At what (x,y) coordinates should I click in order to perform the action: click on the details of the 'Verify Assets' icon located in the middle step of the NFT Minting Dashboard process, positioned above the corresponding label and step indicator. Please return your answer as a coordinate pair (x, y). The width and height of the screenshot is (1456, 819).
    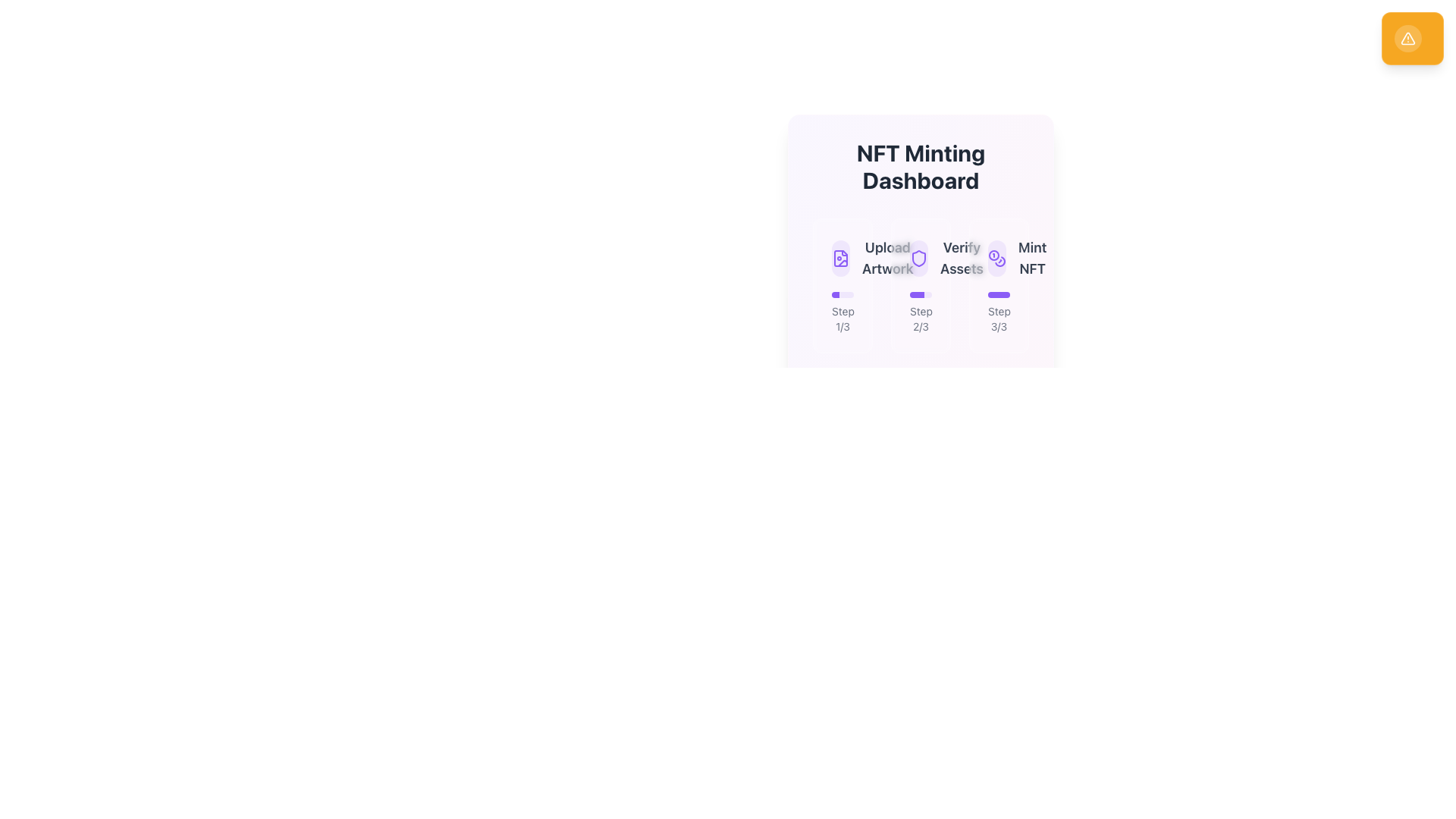
    Looking at the image, I should click on (918, 257).